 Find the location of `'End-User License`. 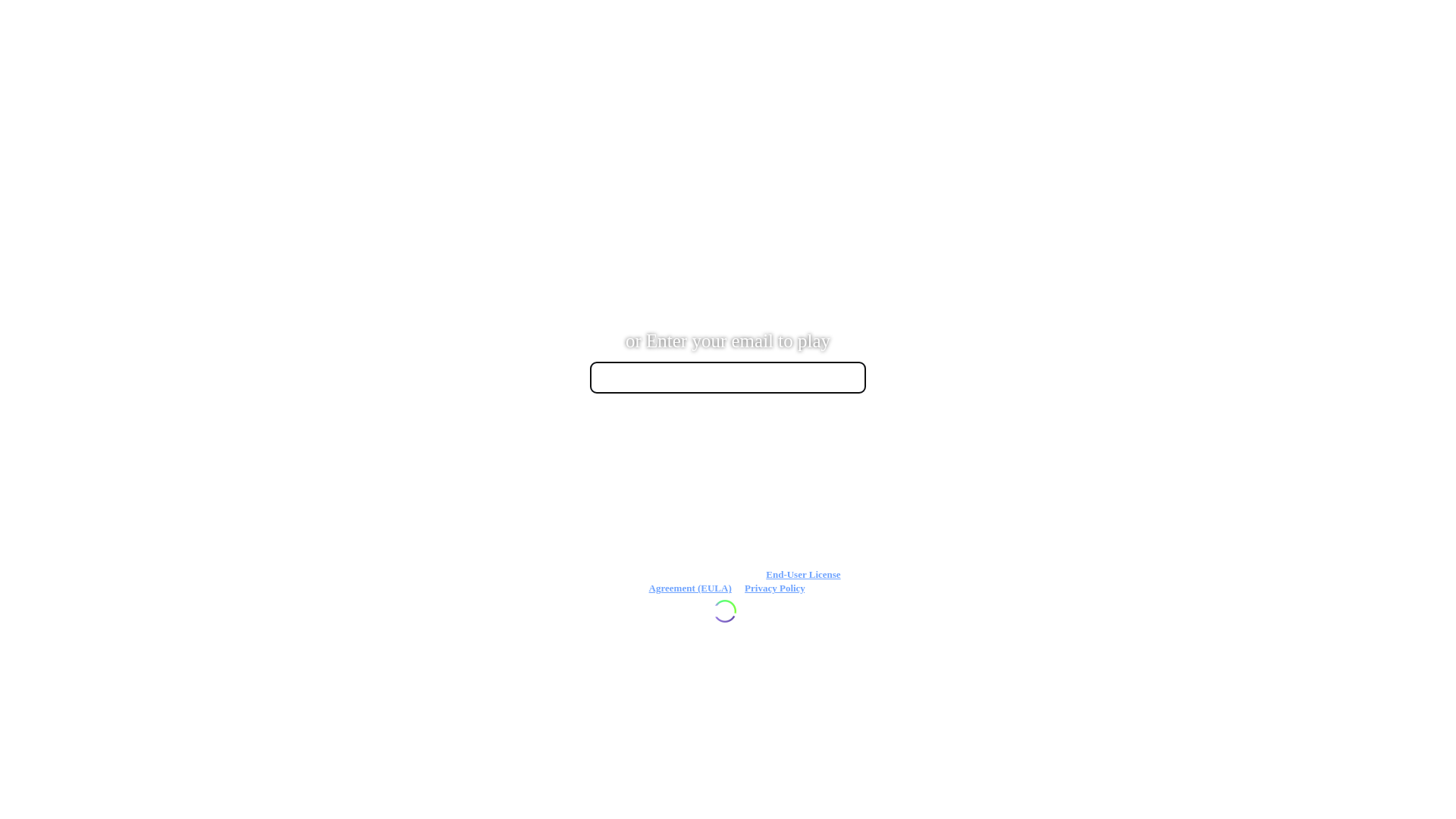

'End-User License is located at coordinates (745, 580).